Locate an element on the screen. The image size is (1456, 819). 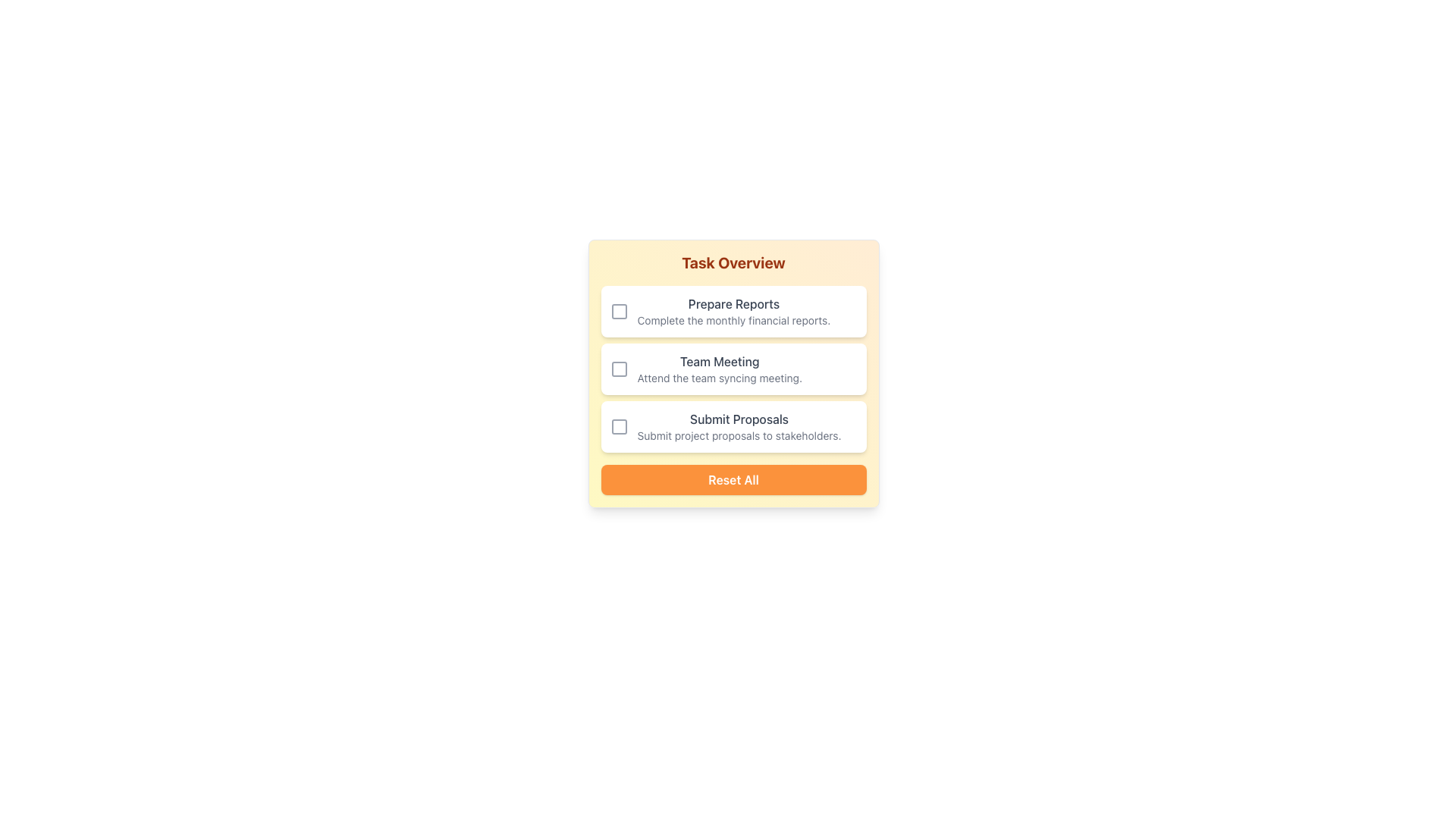
the text label displaying 'Prepare Reports' located at the top of the task card titled 'Task Overview' is located at coordinates (733, 304).